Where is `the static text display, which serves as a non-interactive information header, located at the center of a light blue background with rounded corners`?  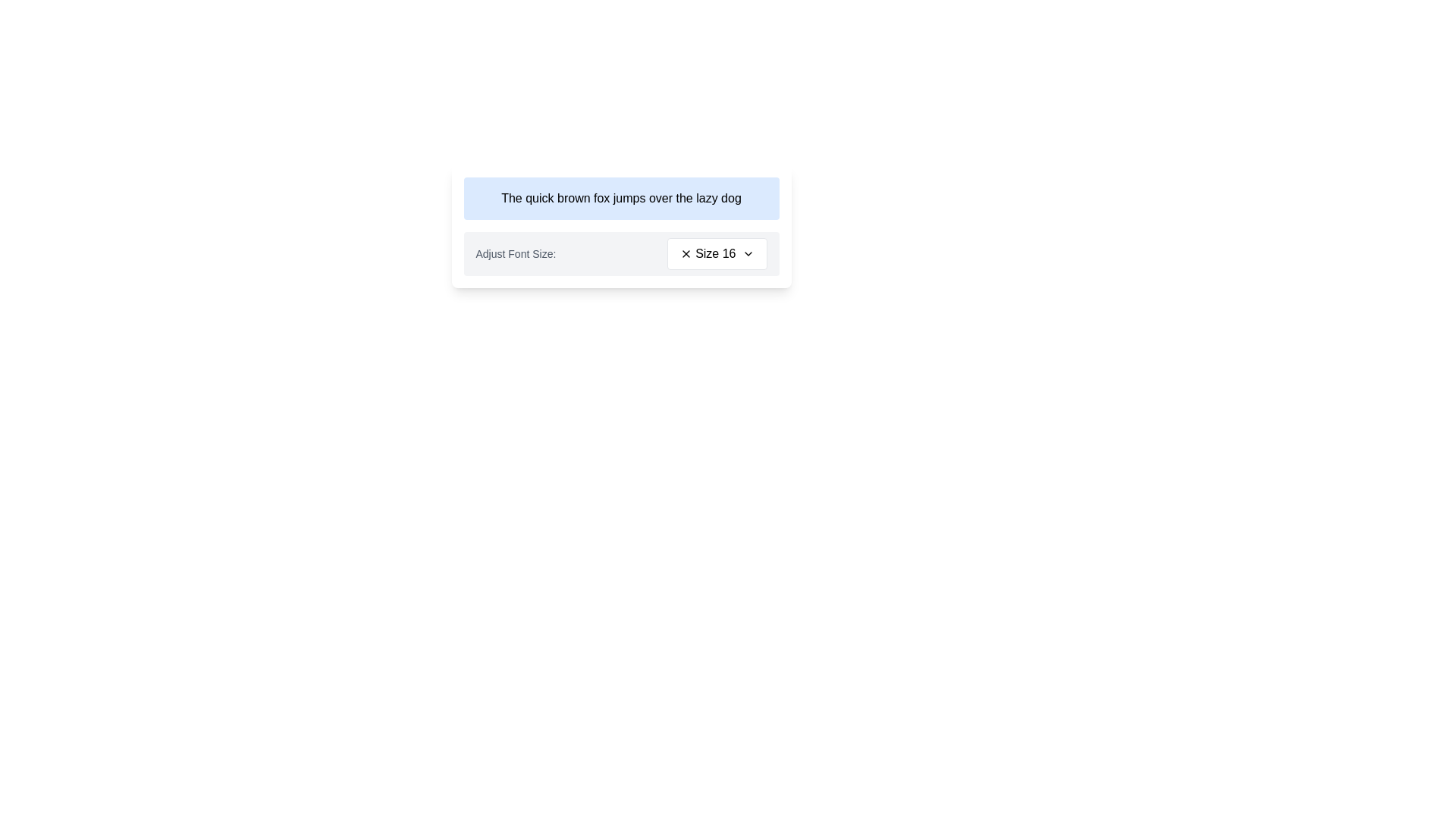 the static text display, which serves as a non-interactive information header, located at the center of a light blue background with rounded corners is located at coordinates (621, 198).